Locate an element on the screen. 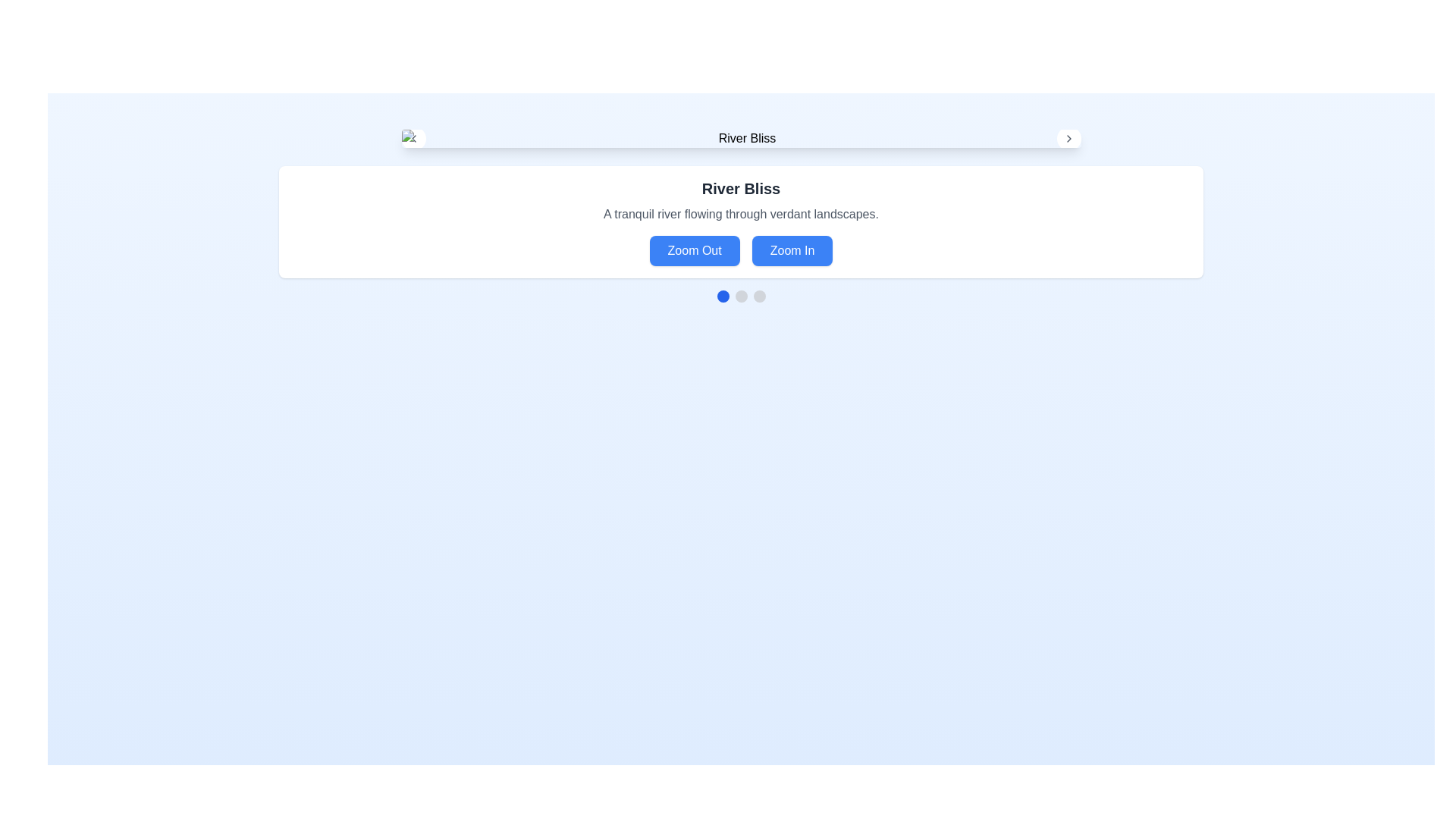  the blue circular indicator, which is the leftmost in a group of three is located at coordinates (722, 296).